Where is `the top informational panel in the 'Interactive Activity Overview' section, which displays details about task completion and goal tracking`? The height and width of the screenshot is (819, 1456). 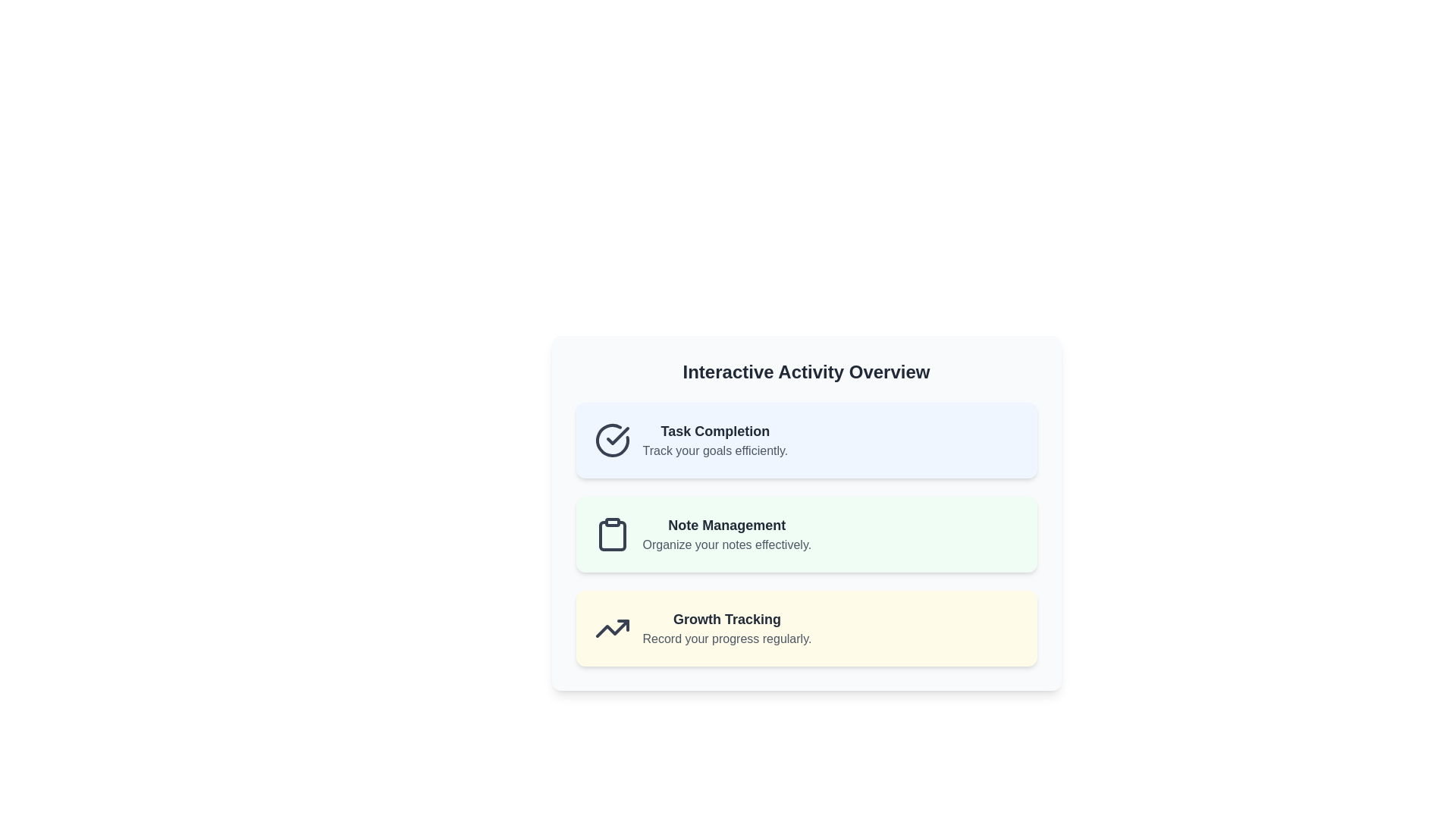 the top informational panel in the 'Interactive Activity Overview' section, which displays details about task completion and goal tracking is located at coordinates (805, 441).